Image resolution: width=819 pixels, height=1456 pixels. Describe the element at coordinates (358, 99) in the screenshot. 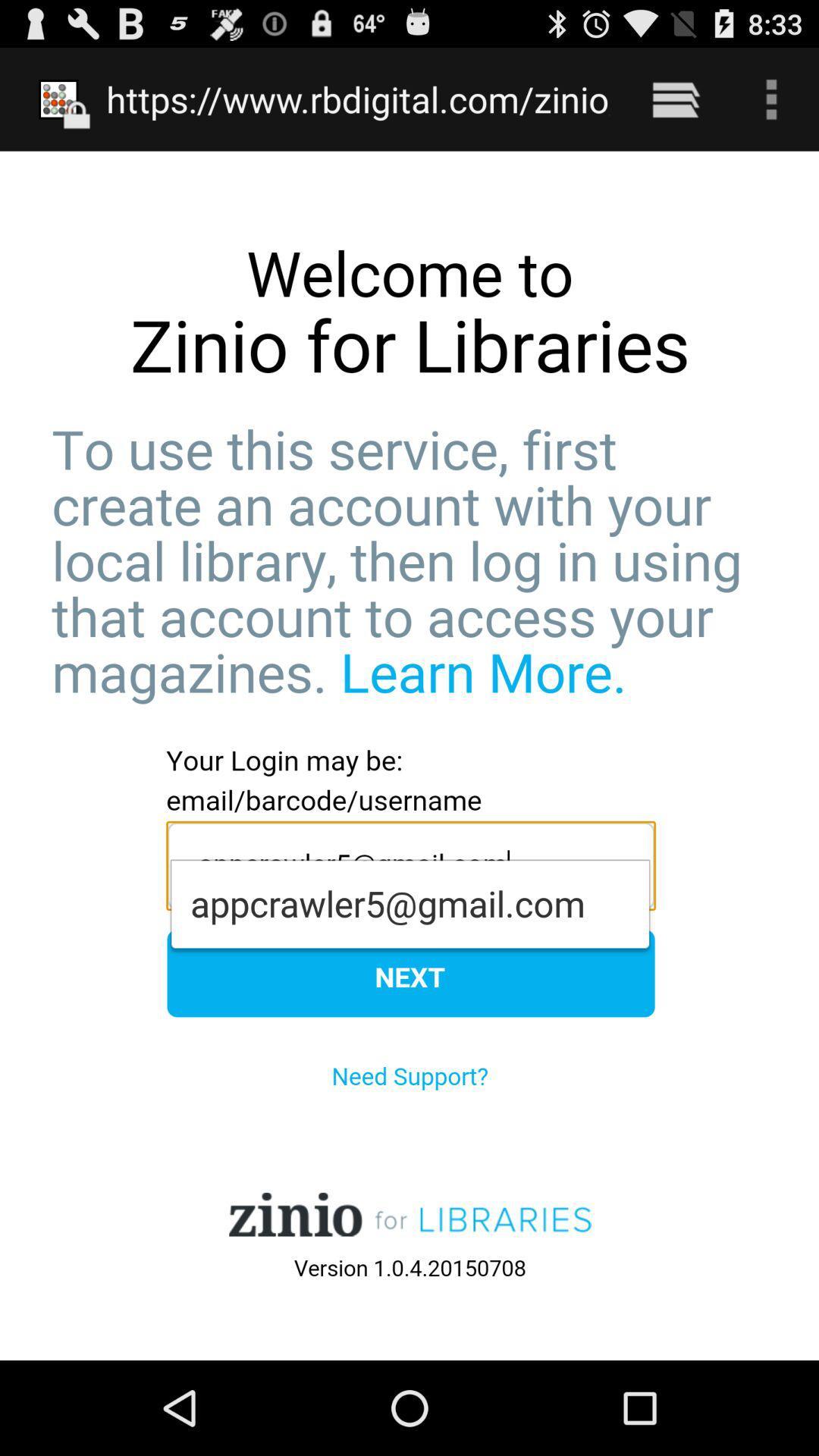

I see `the https www rbdigital item` at that location.